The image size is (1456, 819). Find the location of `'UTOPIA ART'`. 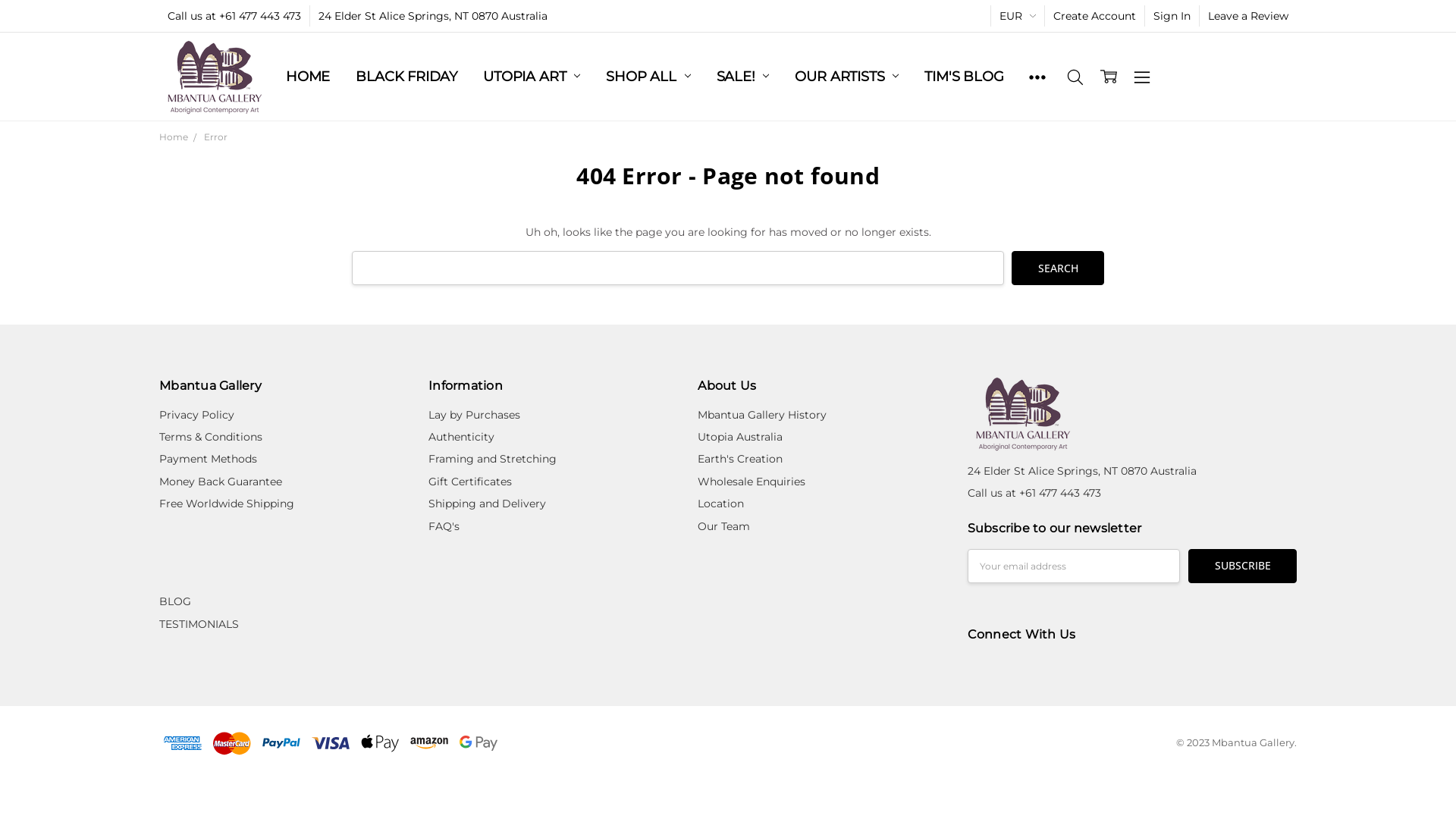

'UTOPIA ART' is located at coordinates (531, 76).